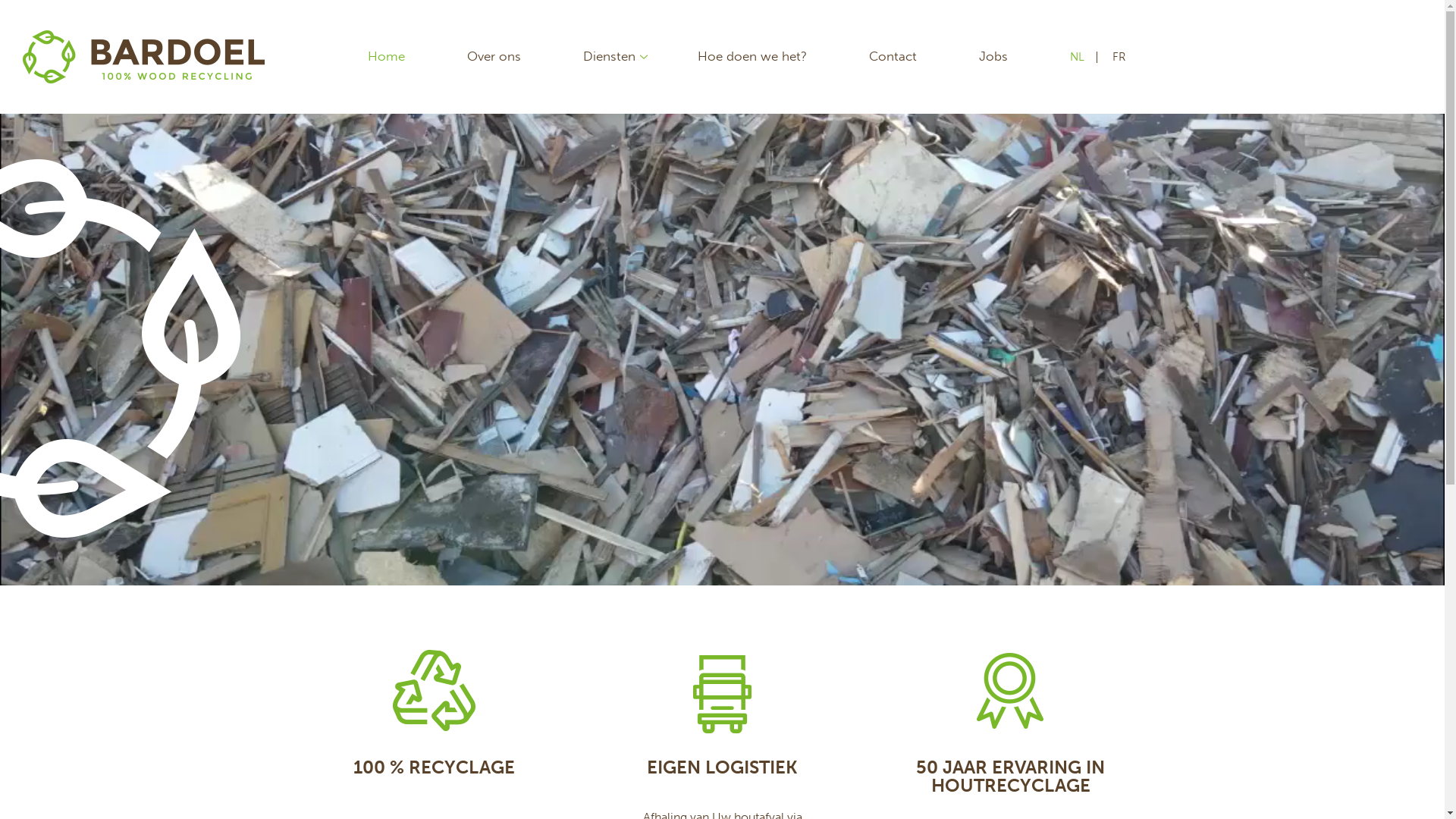  I want to click on 'Jobs', so click(993, 55).